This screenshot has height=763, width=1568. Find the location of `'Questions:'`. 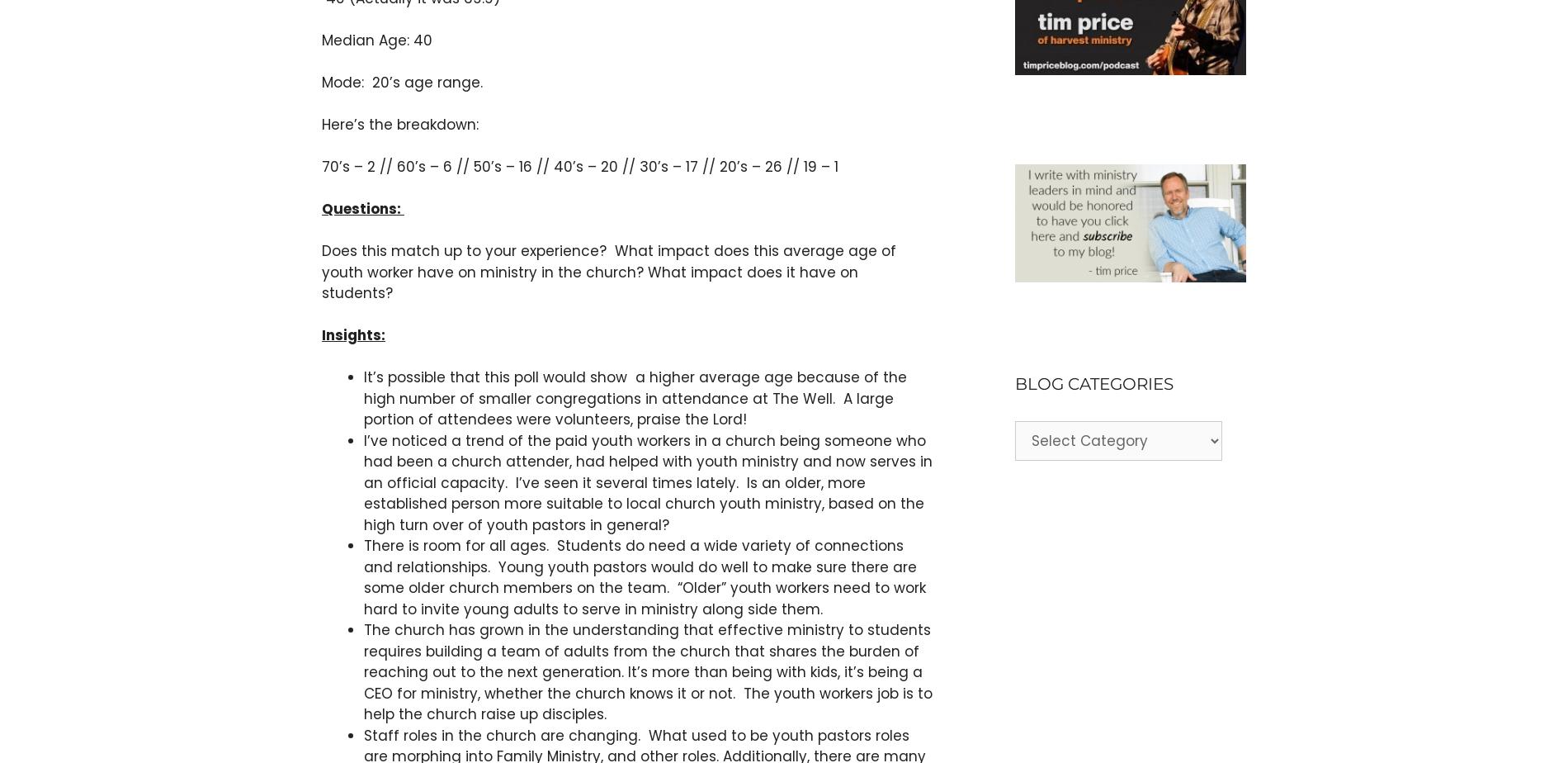

'Questions:' is located at coordinates (321, 207).